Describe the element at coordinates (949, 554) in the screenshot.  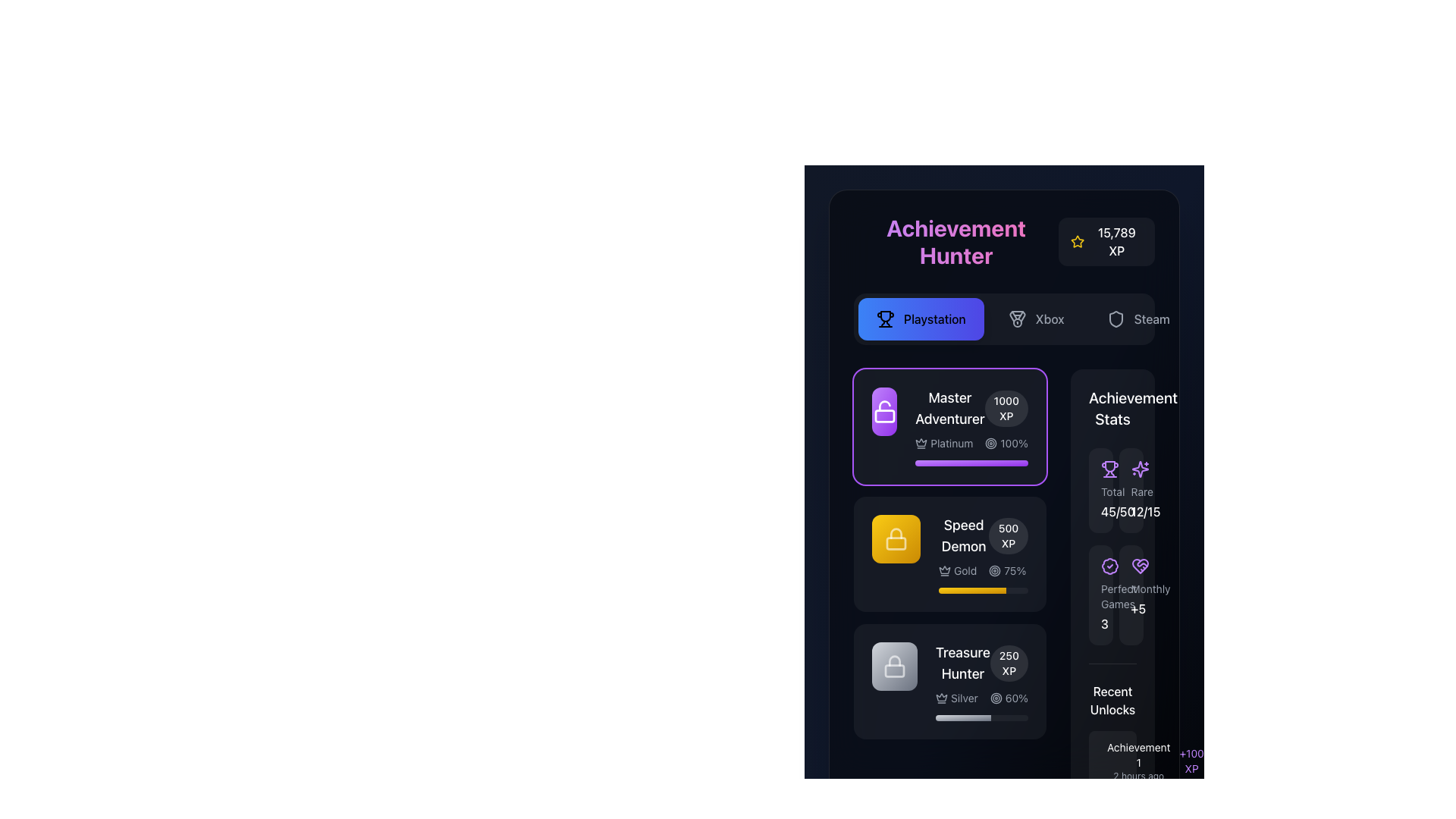
I see `the second Achievement card module located in the middle-right part of the list` at that location.